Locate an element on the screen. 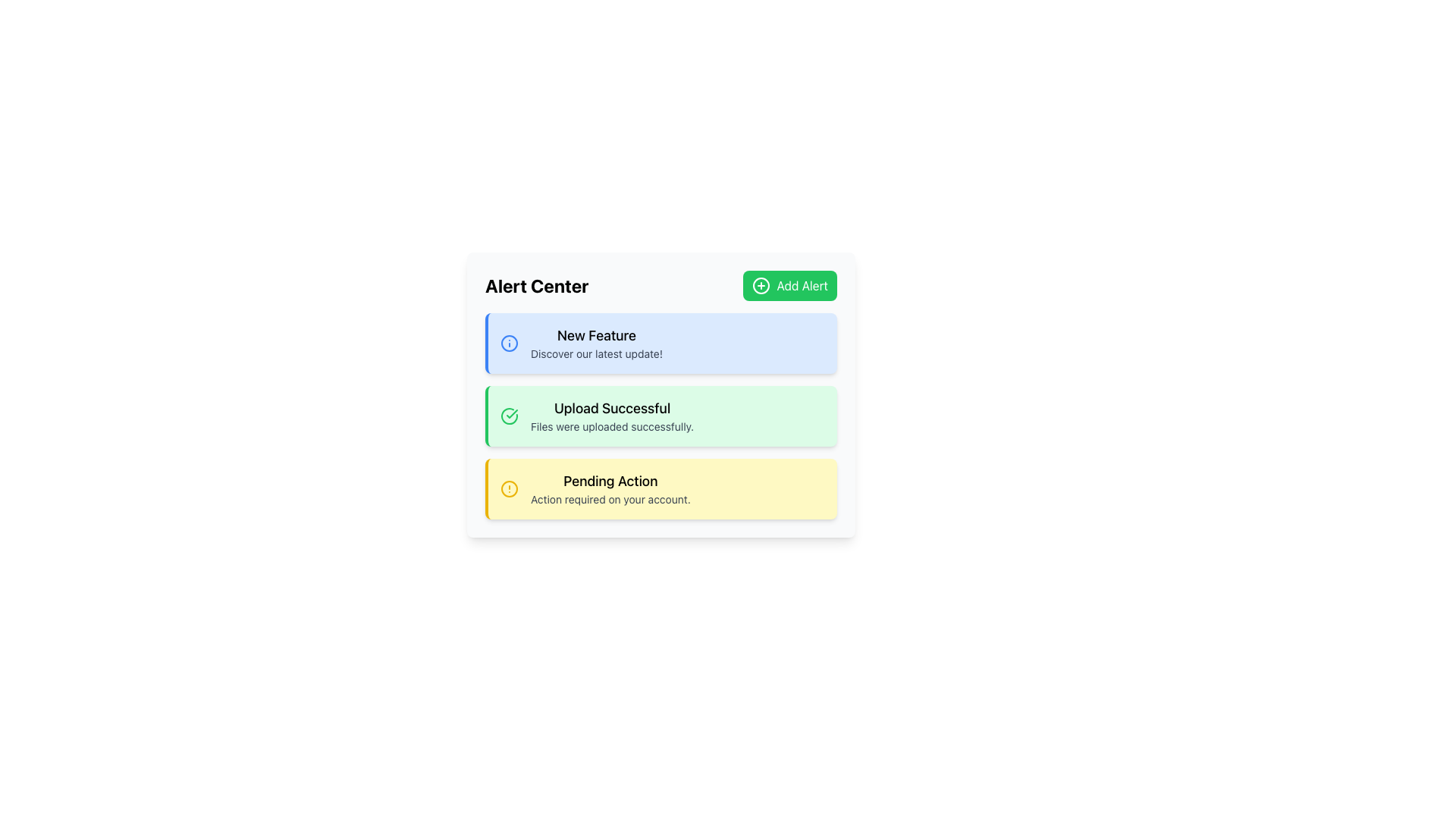  the 'Upload Successful' text label displayed in a prominent font within the light green card located under the 'Alert Center' heading is located at coordinates (612, 408).